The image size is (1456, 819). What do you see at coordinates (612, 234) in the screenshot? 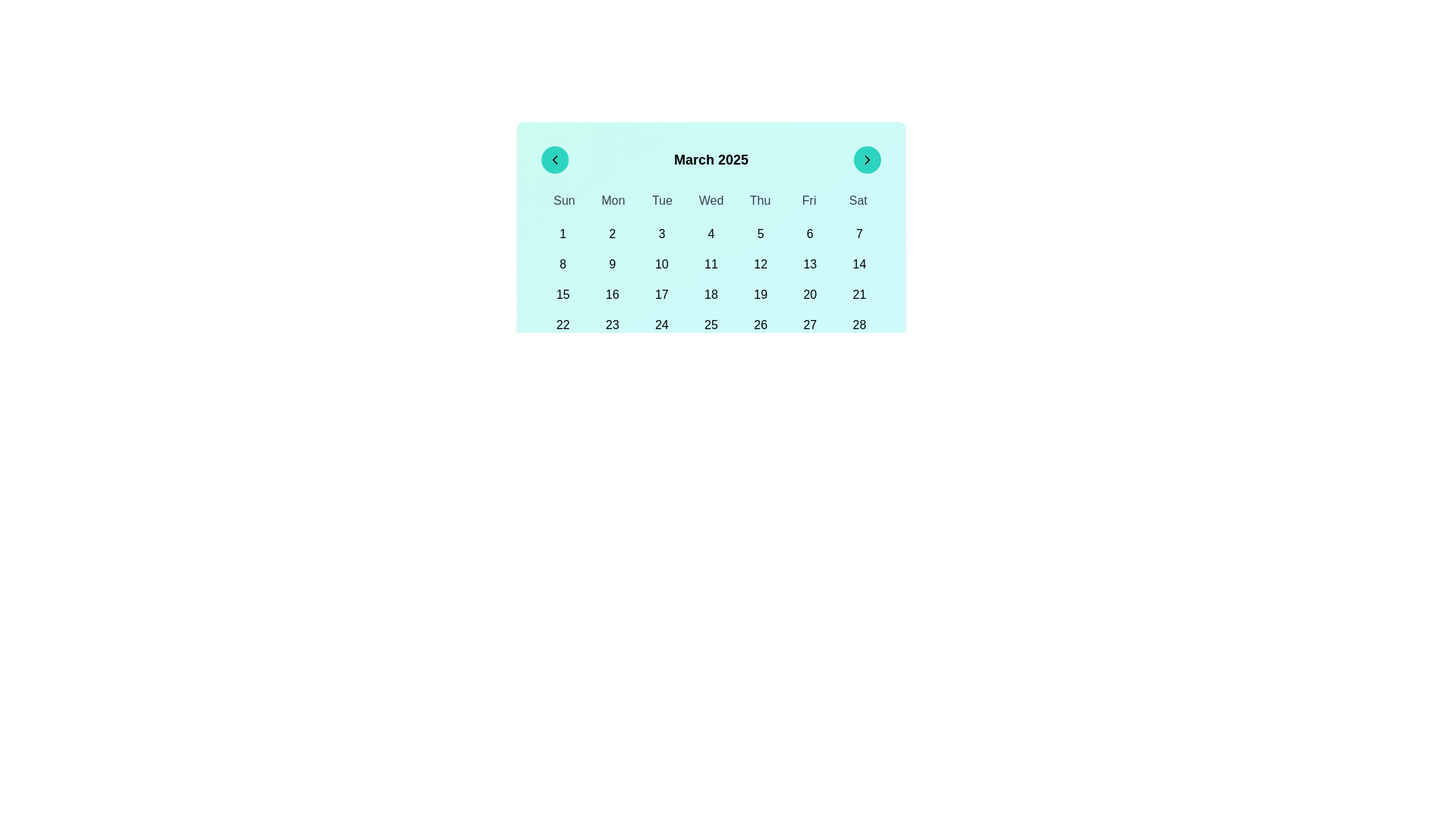
I see `keyboard navigation` at bounding box center [612, 234].